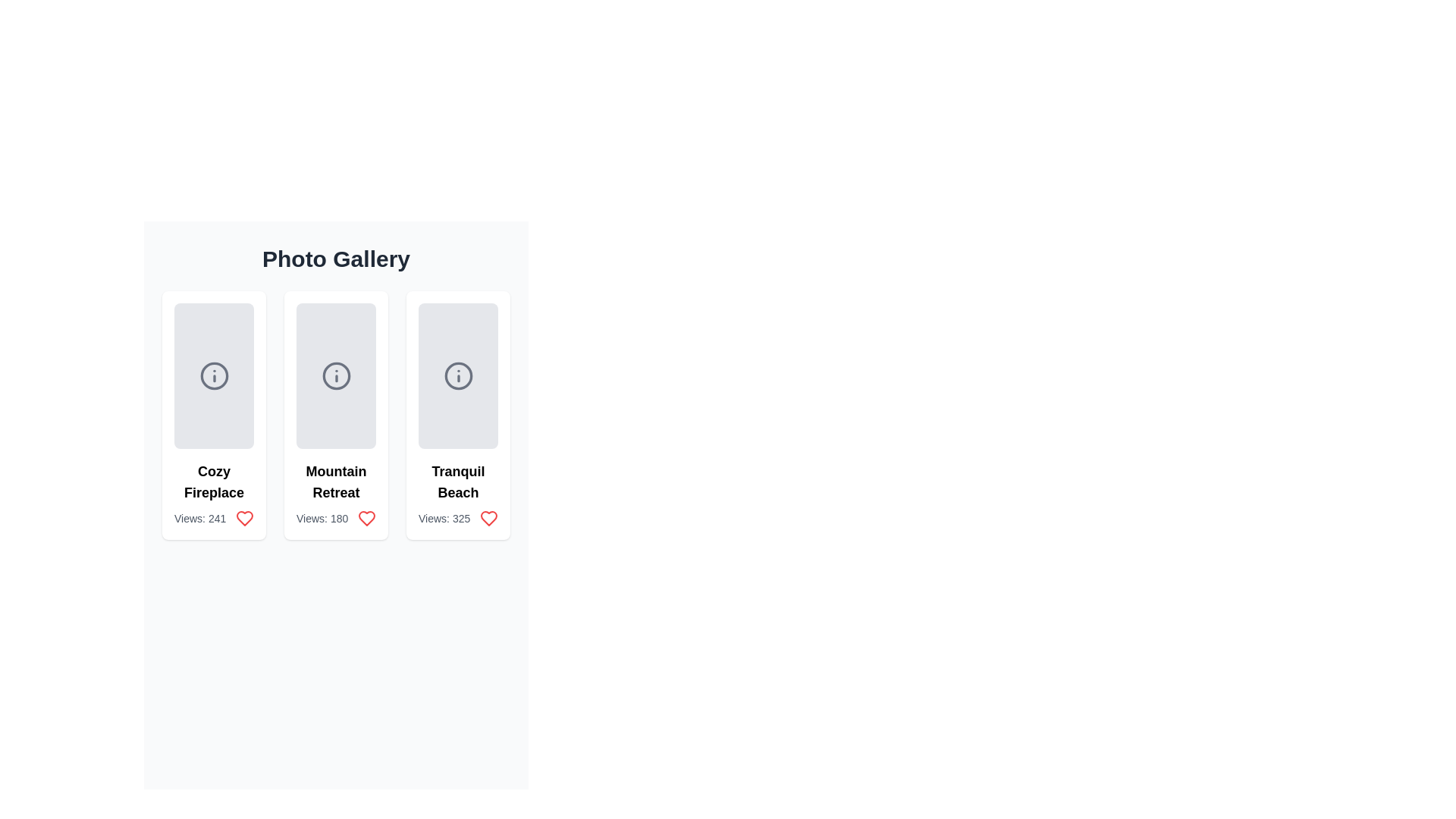 This screenshot has height=819, width=1456. What do you see at coordinates (213, 375) in the screenshot?
I see `the SVG Circle element located inside the leftmost card in a grid of three, positioned above the text 'Cozy Fireplace'` at bounding box center [213, 375].